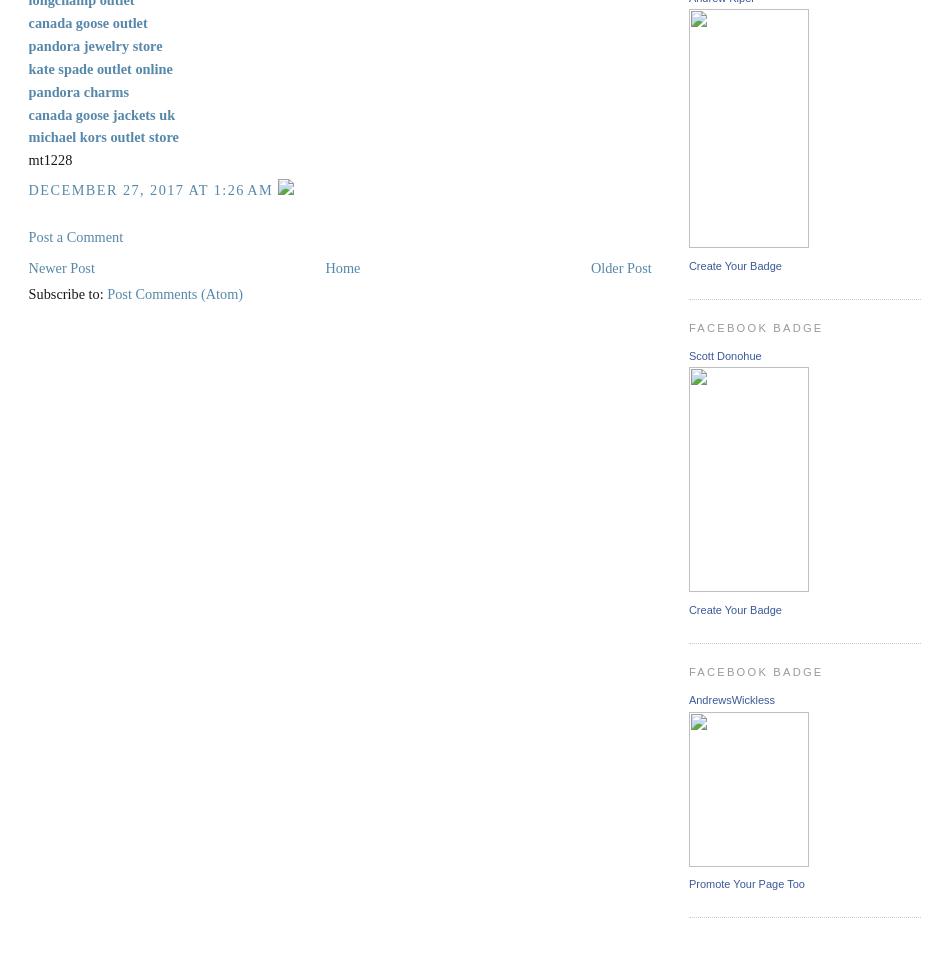  What do you see at coordinates (745, 882) in the screenshot?
I see `'Promote Your Page Too'` at bounding box center [745, 882].